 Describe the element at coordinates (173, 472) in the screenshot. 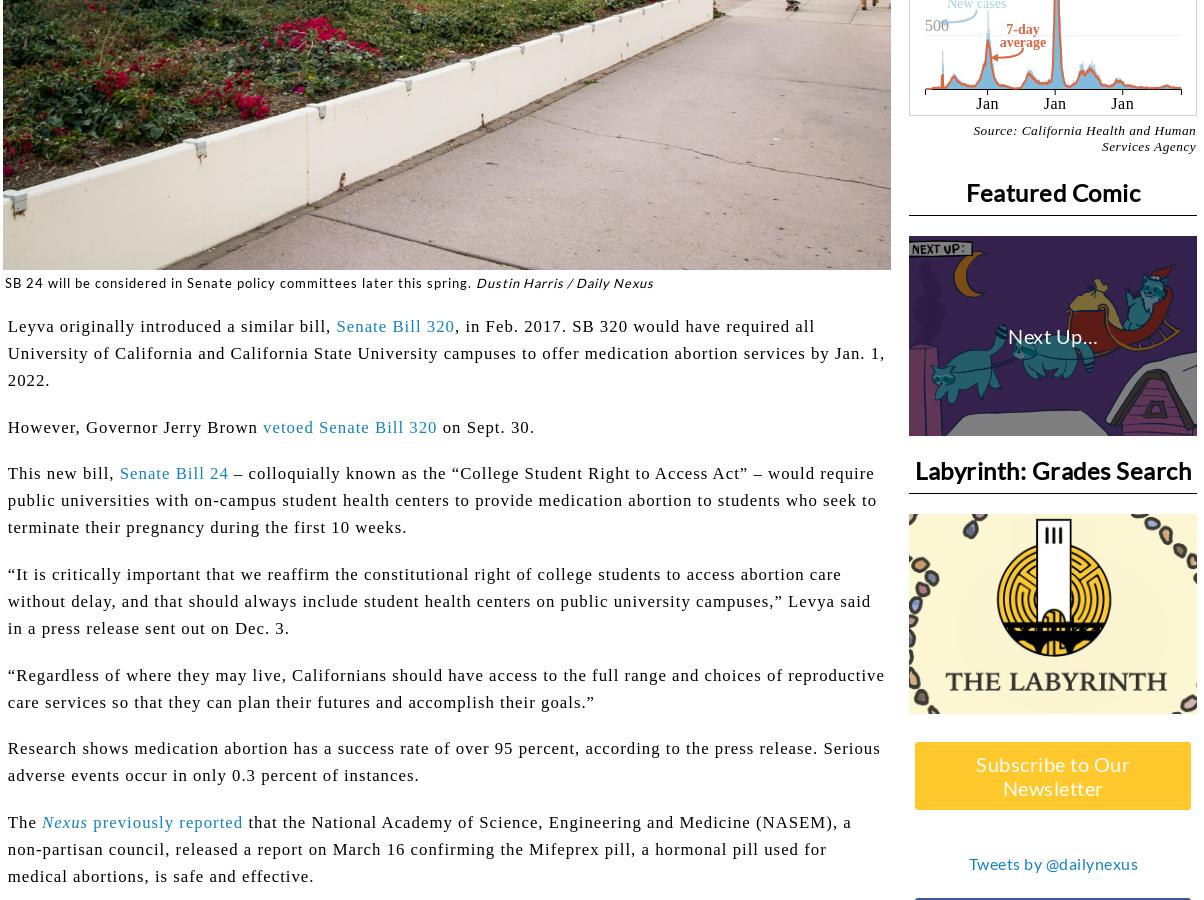

I see `'Senate Bill 24'` at that location.